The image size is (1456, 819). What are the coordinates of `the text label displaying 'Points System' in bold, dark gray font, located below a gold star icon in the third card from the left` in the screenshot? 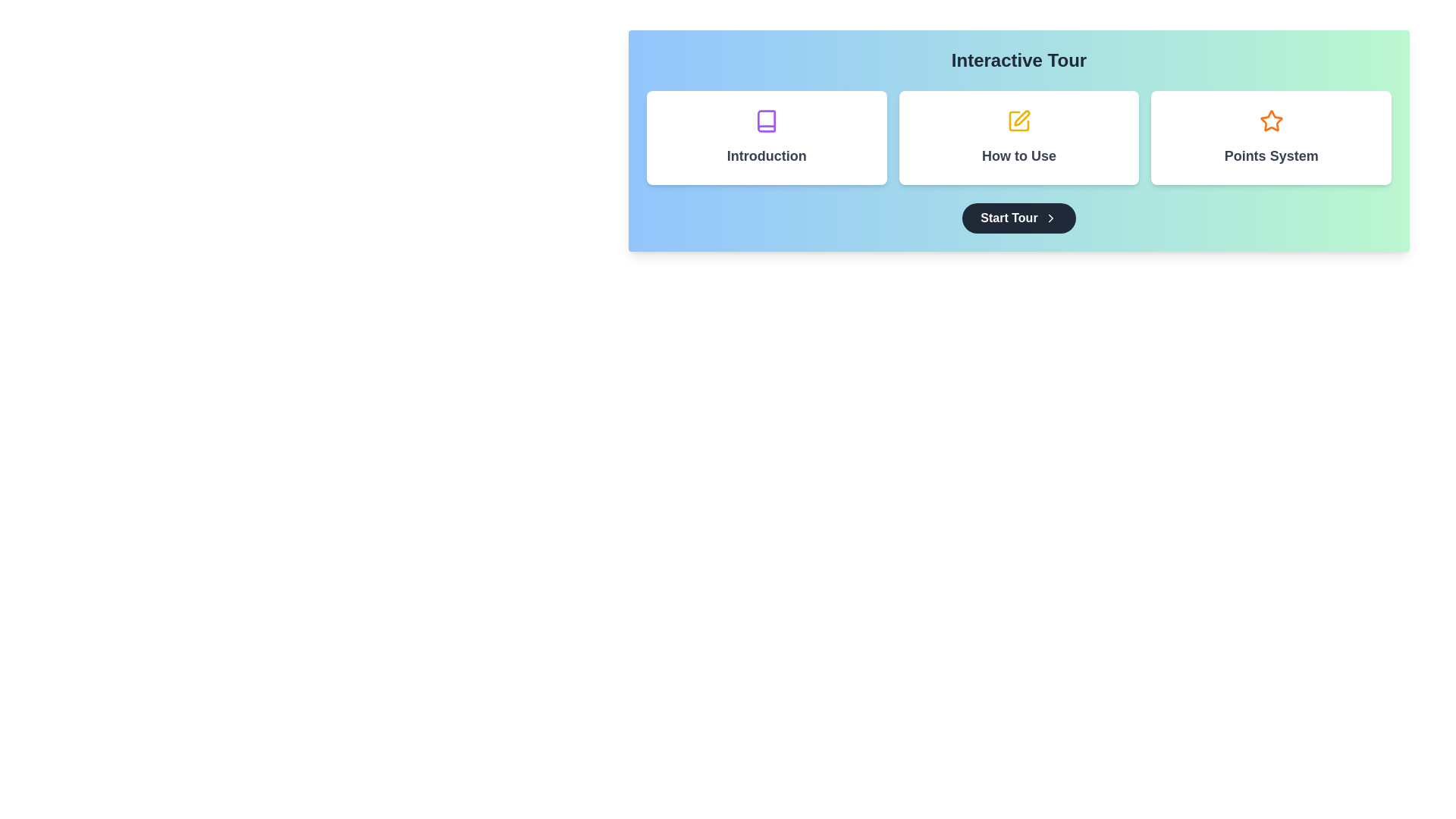 It's located at (1271, 155).